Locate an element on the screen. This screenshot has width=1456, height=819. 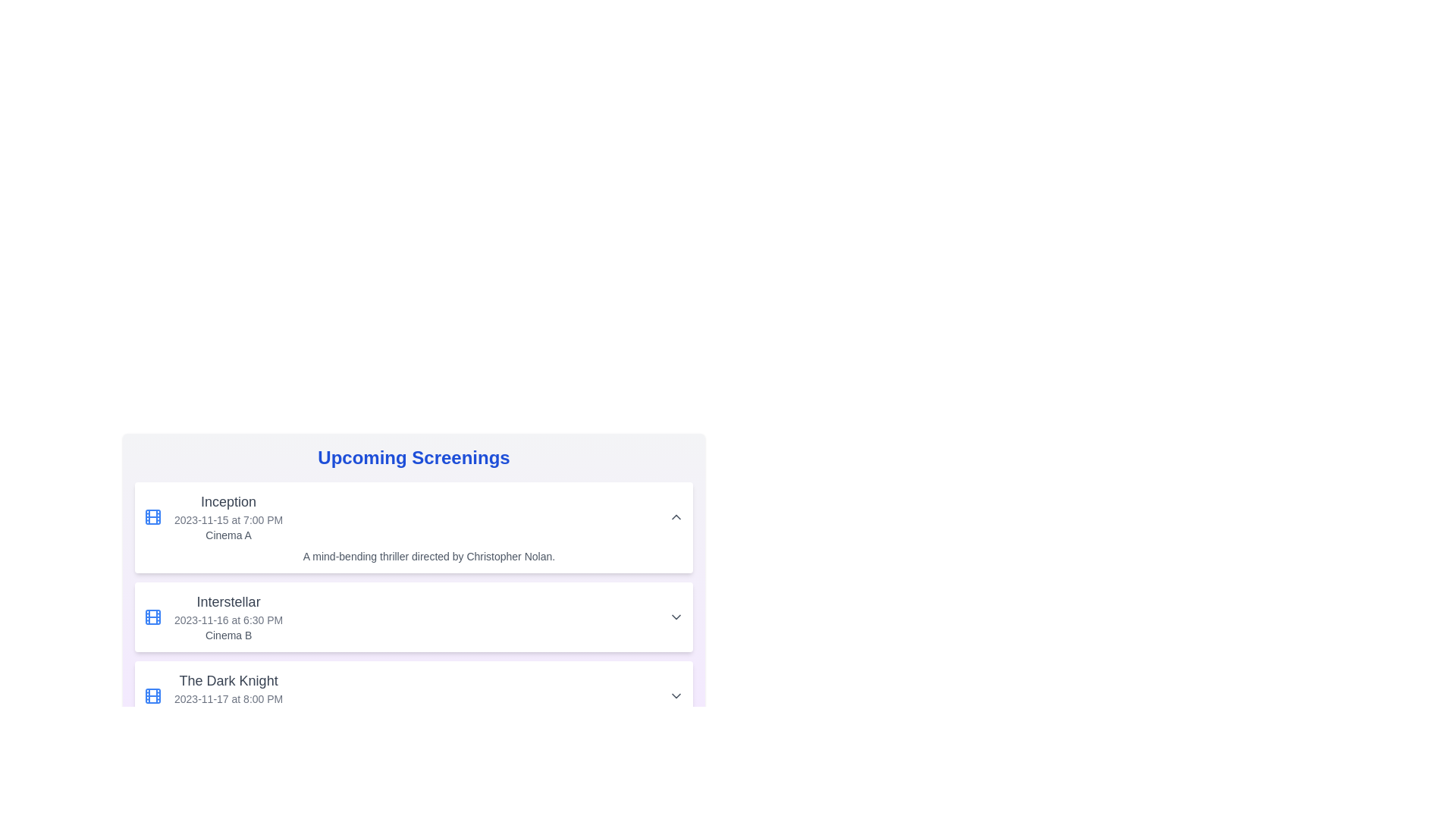
the blue film roll icon located to the left of the 'Inception' screening information is located at coordinates (152, 516).